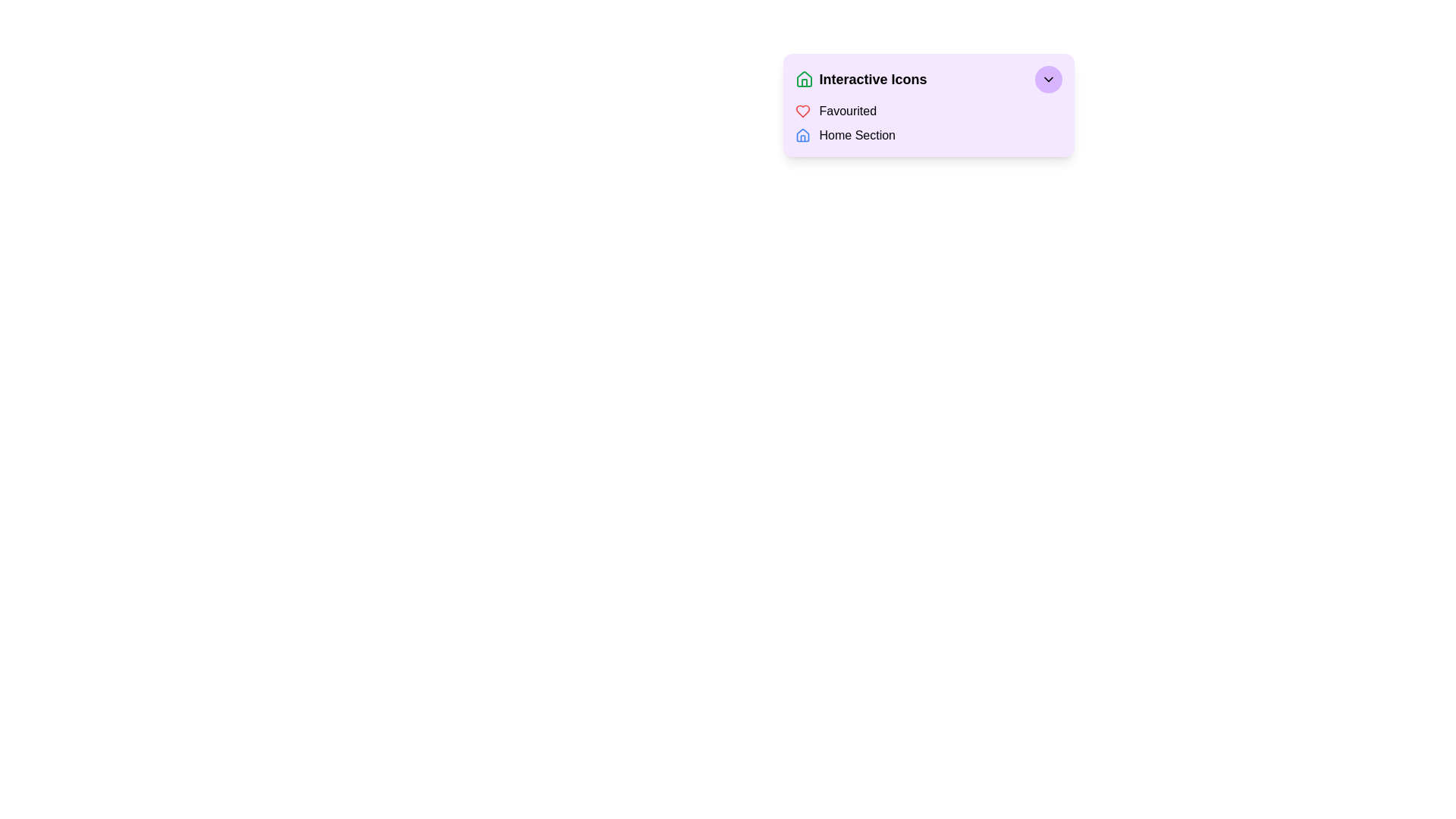 The image size is (1456, 819). What do you see at coordinates (1047, 79) in the screenshot?
I see `the downward chevron-shaped icon located within the circular button on the far right of the rectangular card` at bounding box center [1047, 79].